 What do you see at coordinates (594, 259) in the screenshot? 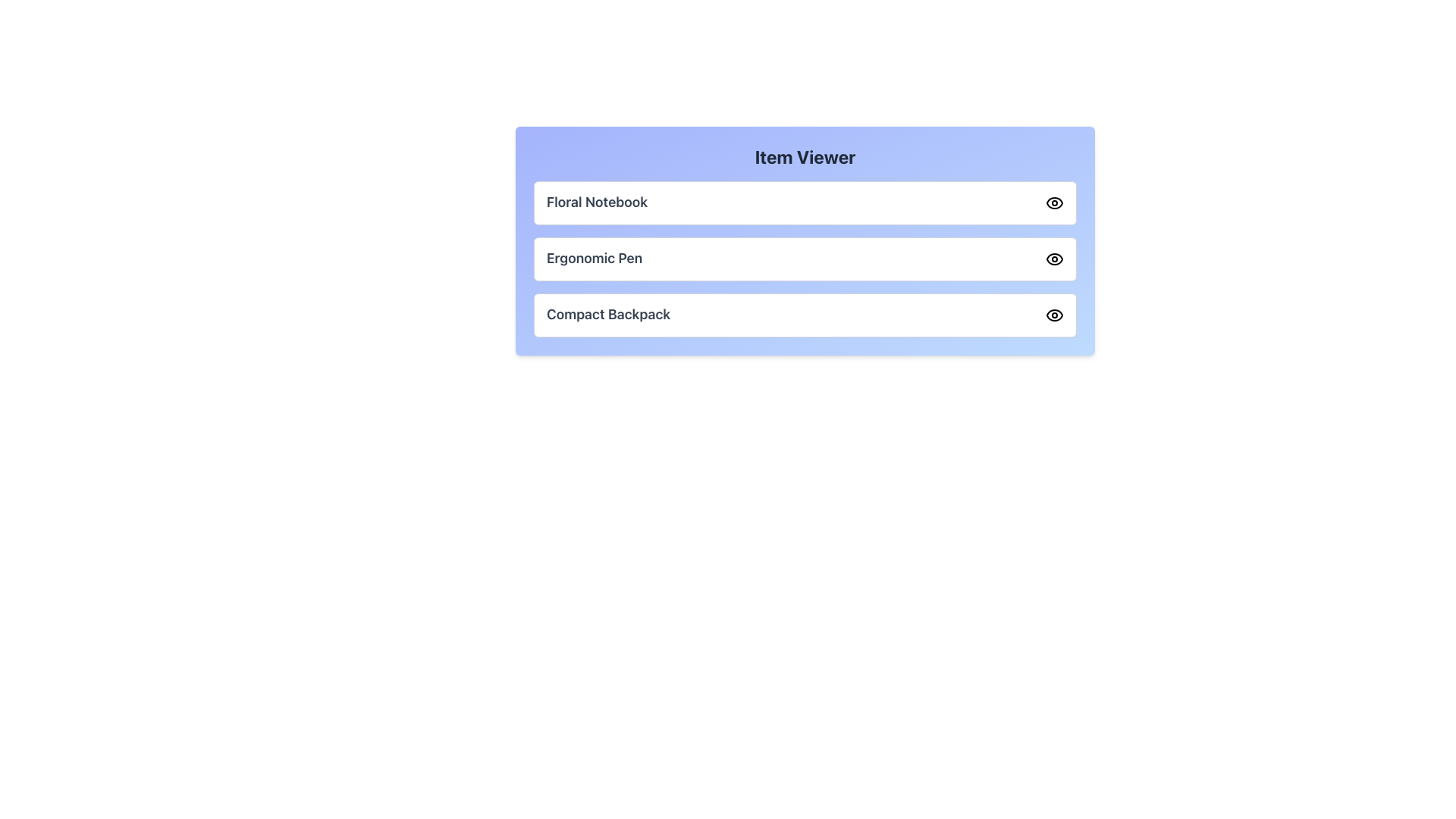
I see `the 'Ergonomic Pen' text label, which is the second item in the list within the 'Item Viewer' panel` at bounding box center [594, 259].